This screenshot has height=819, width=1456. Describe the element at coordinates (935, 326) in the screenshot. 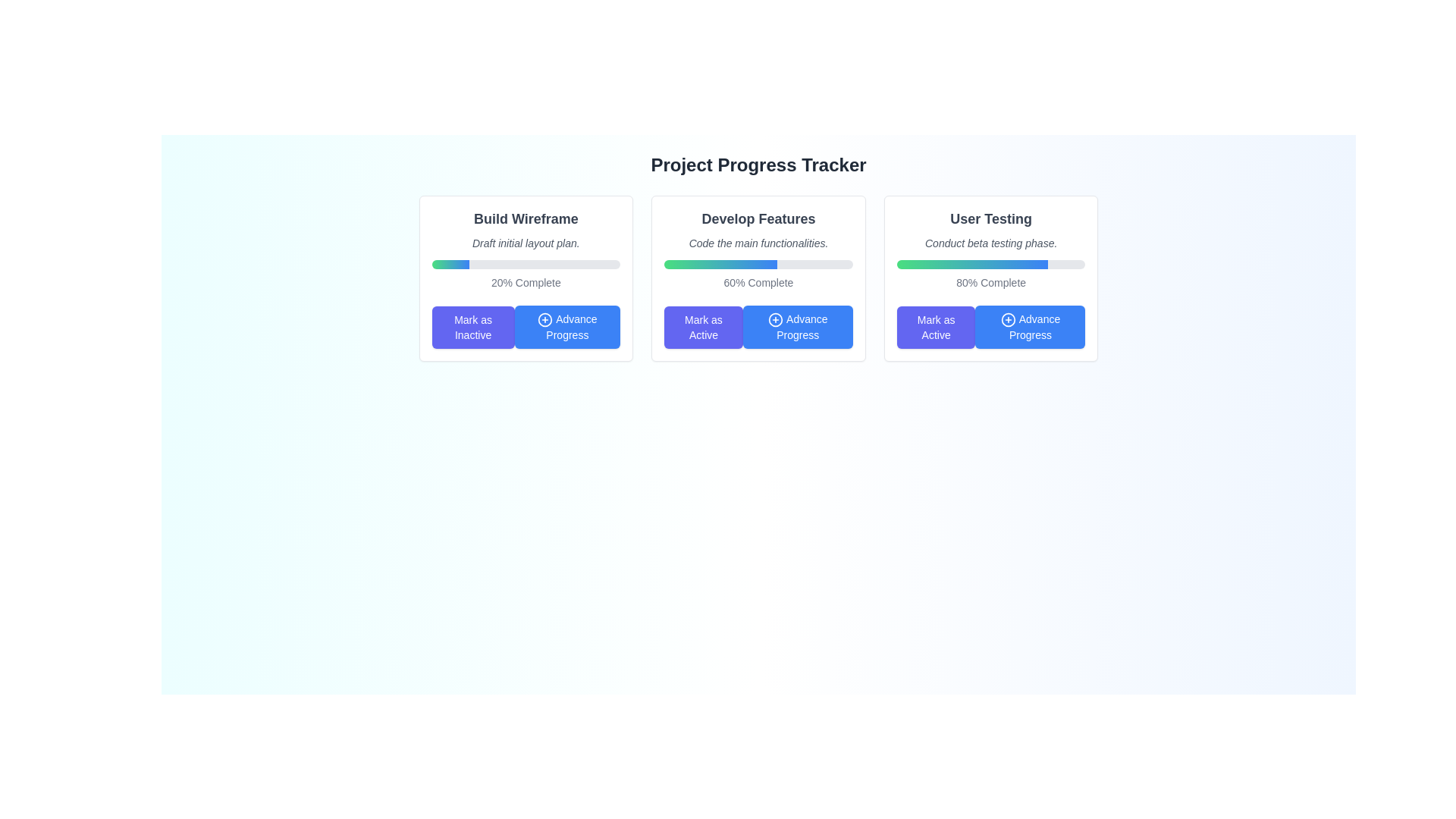

I see `the rounded rectangular button labeled 'Mark as Active'` at that location.